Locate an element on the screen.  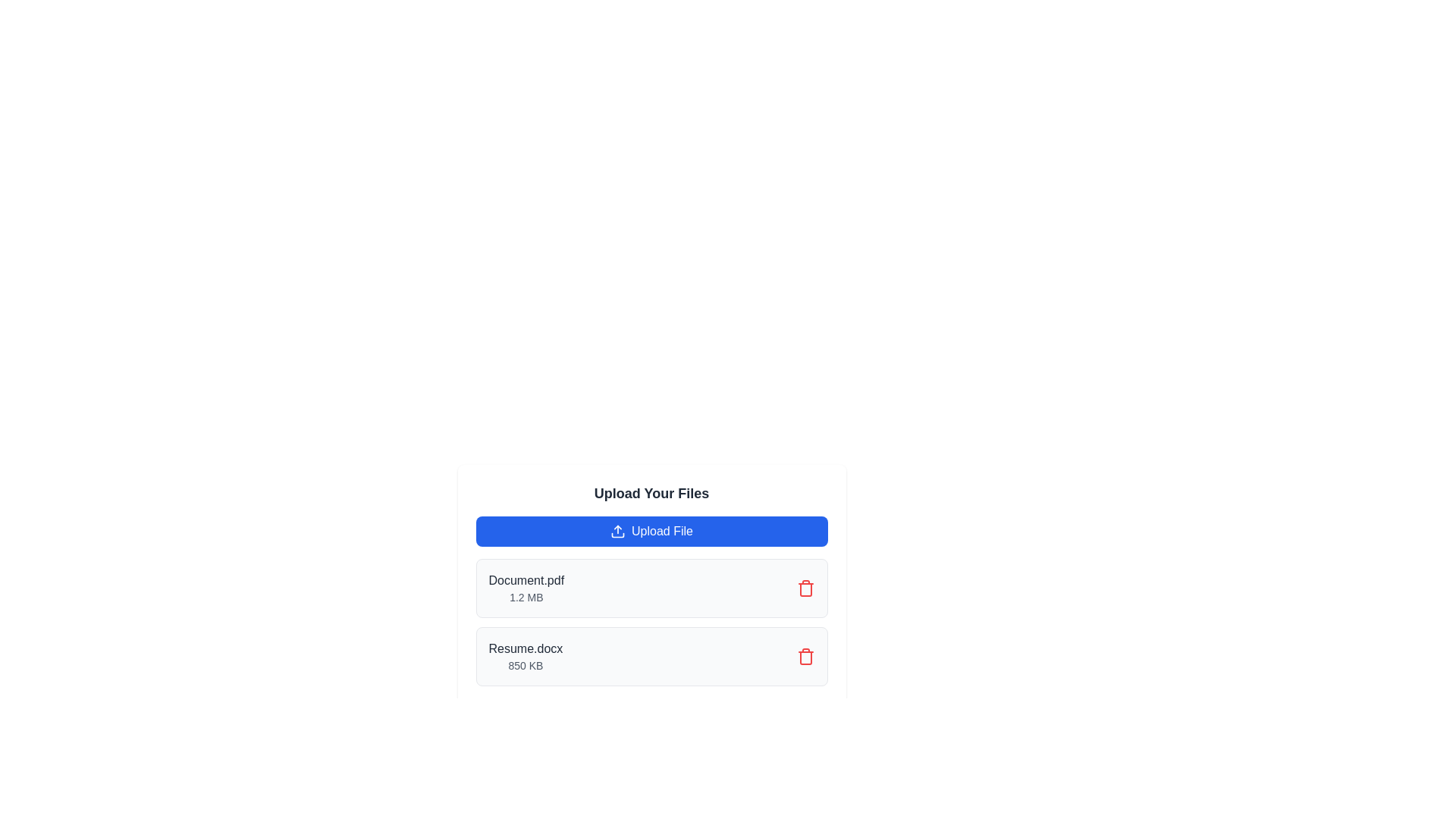
the text label 'Upload File' within the blue button is located at coordinates (662, 531).